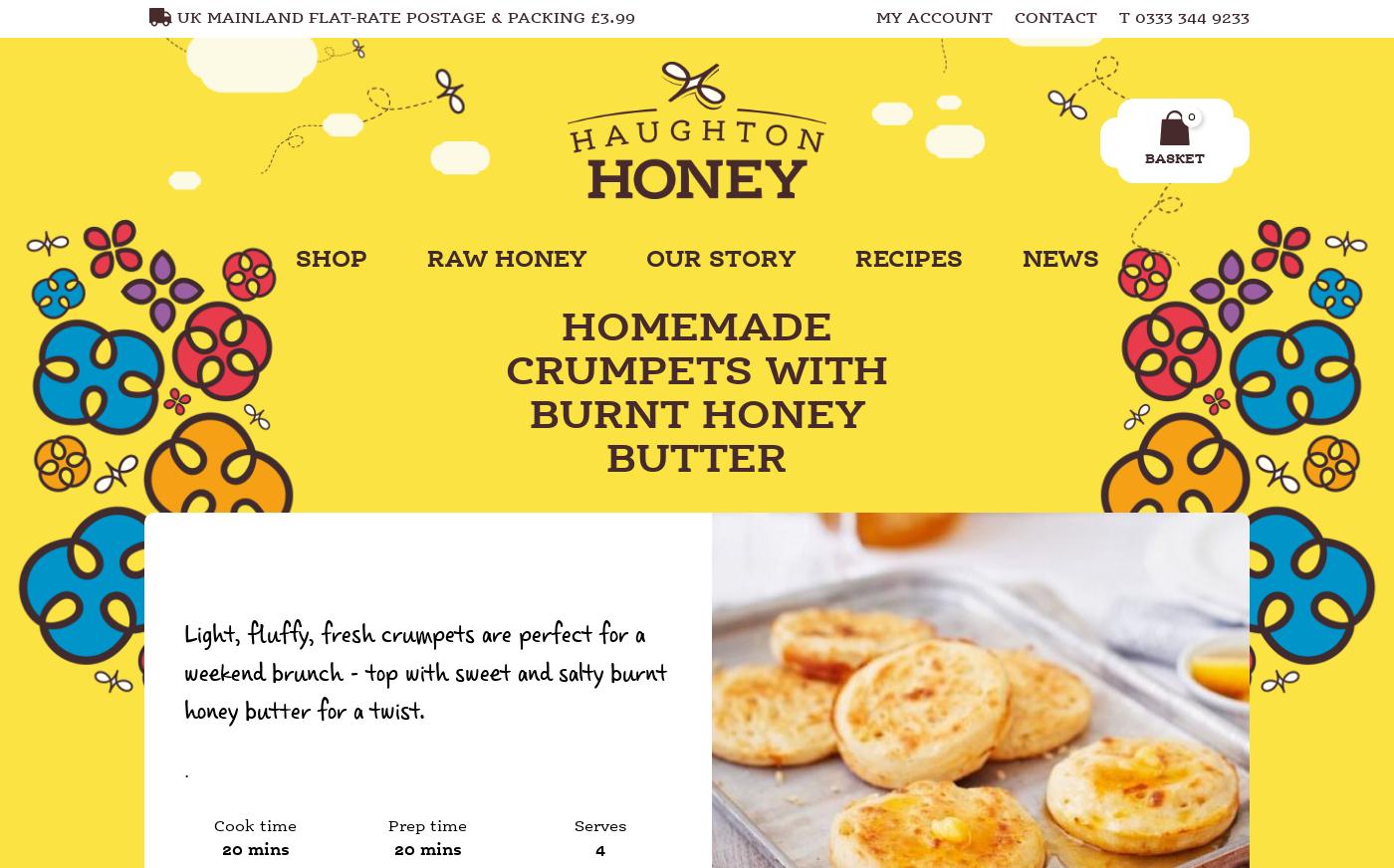 This screenshot has width=1394, height=868. I want to click on 'HOMEMADE CRUMPETS WITH BURNT HONEY BUTTER', so click(697, 393).